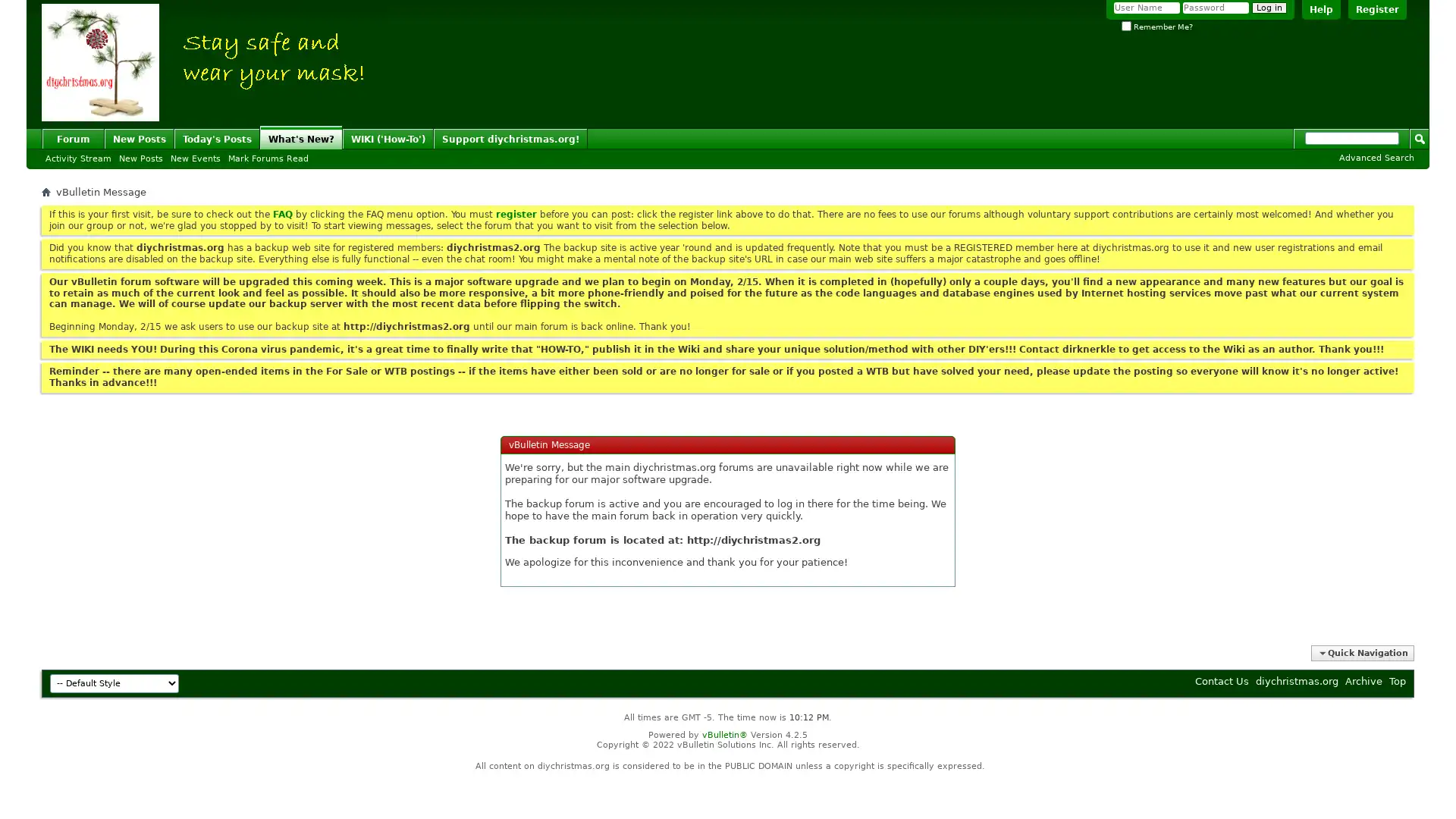 This screenshot has width=1456, height=819. What do you see at coordinates (1269, 8) in the screenshot?
I see `Log in` at bounding box center [1269, 8].